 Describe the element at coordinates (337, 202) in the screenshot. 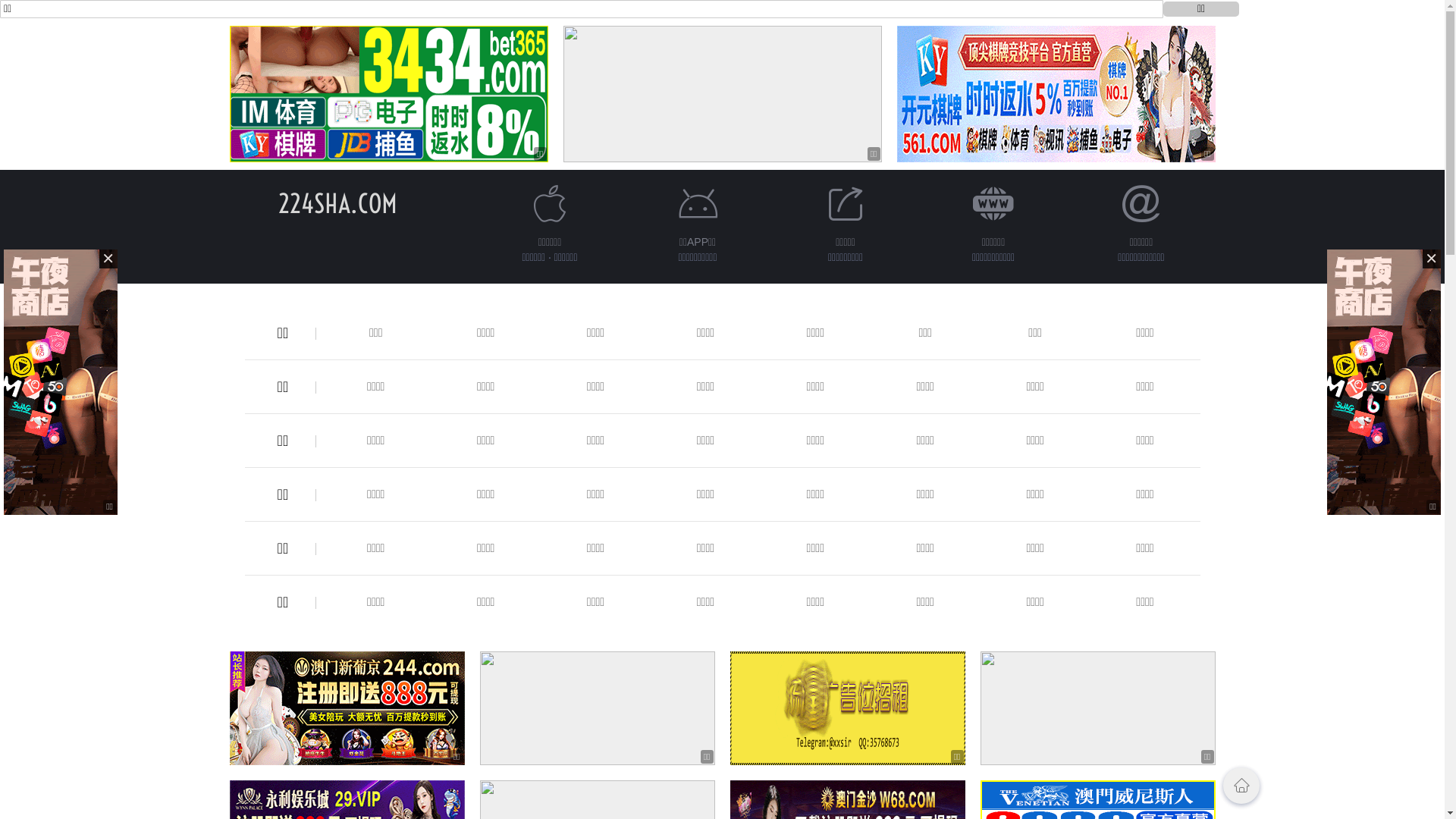

I see `'224SHA.COM'` at that location.